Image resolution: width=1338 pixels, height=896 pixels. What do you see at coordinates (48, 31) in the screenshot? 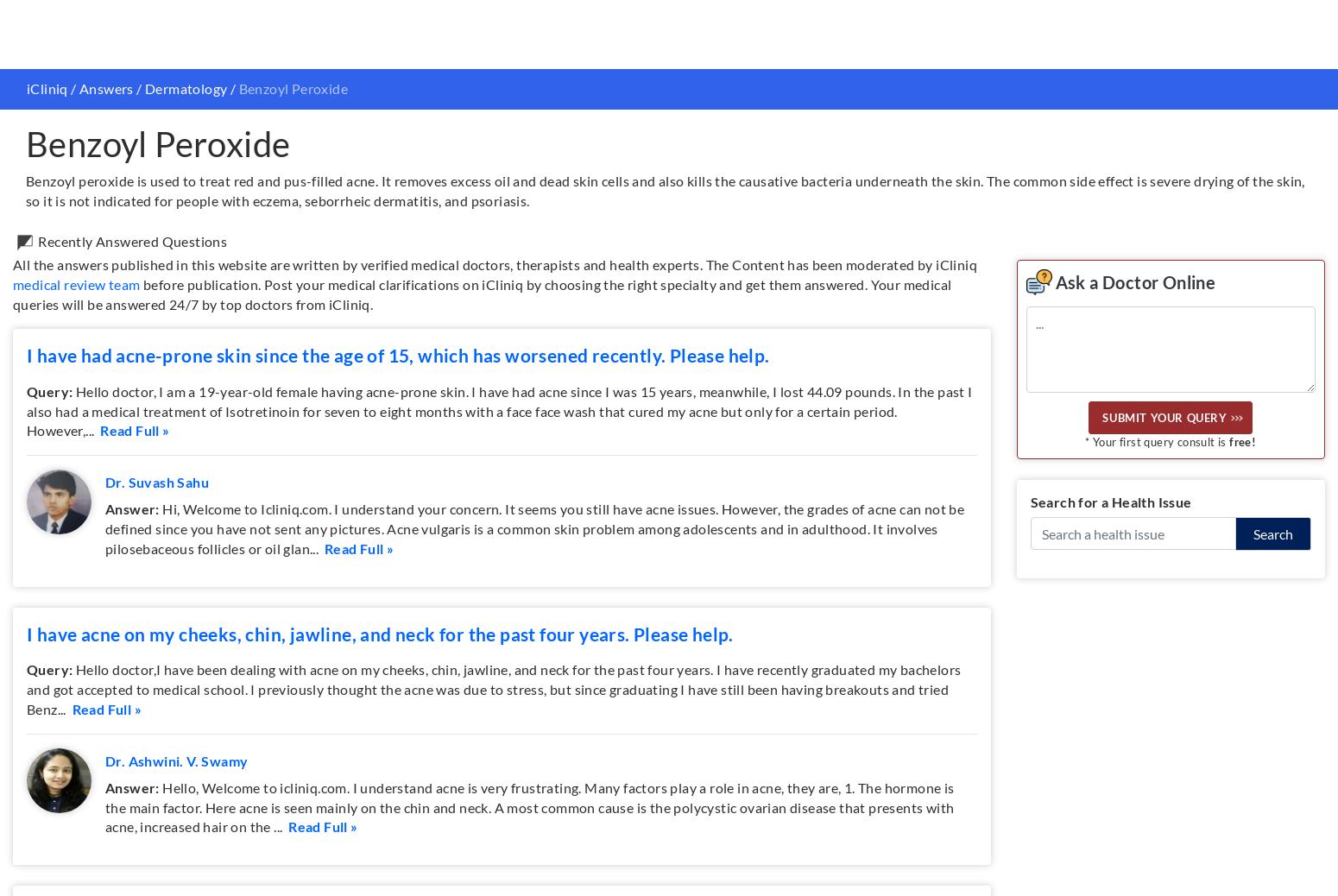
I see `'Query:'` at bounding box center [48, 31].